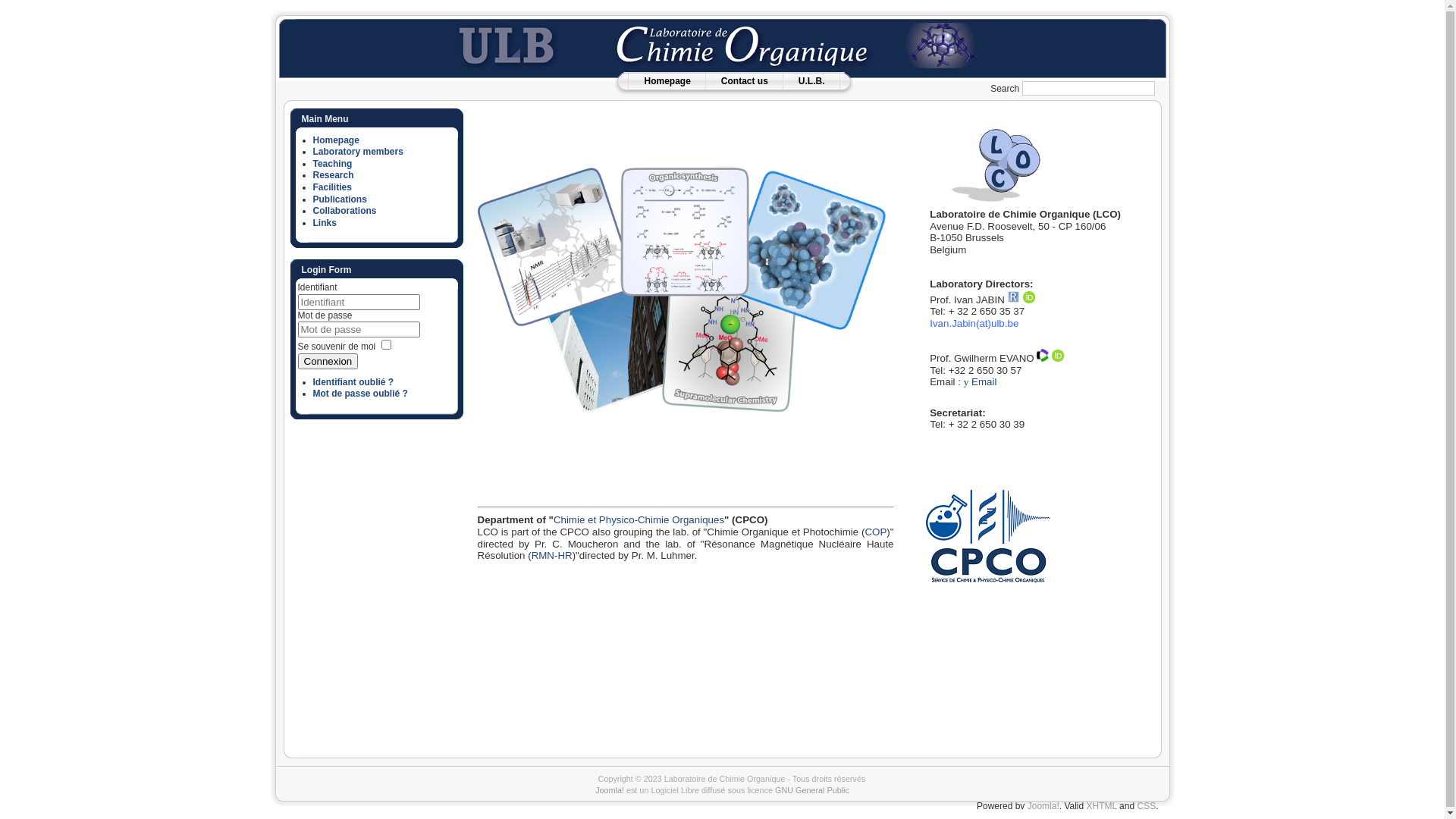 The image size is (1456, 819). I want to click on 'y Email', so click(980, 381).